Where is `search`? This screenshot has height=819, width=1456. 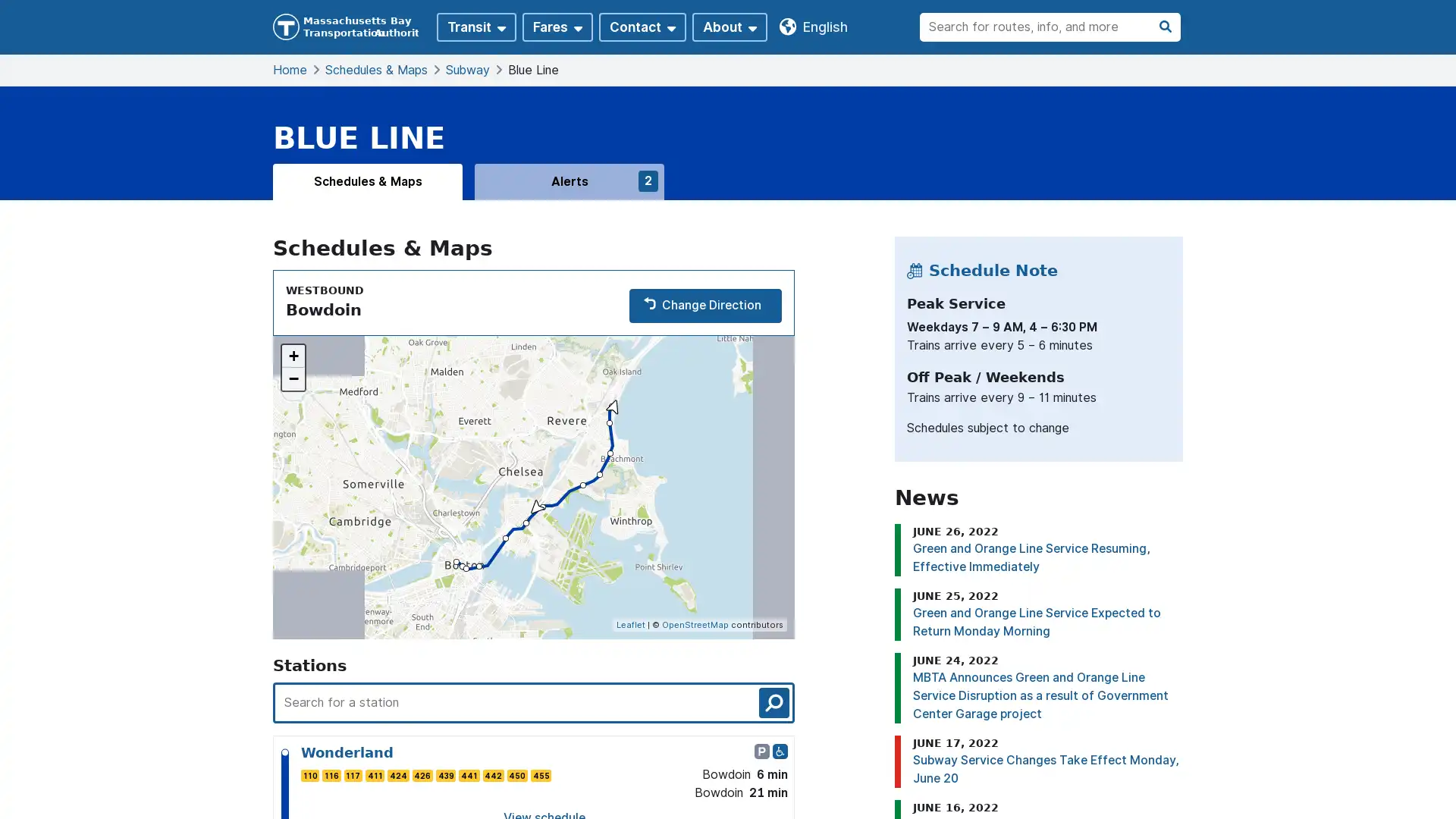 search is located at coordinates (773, 701).